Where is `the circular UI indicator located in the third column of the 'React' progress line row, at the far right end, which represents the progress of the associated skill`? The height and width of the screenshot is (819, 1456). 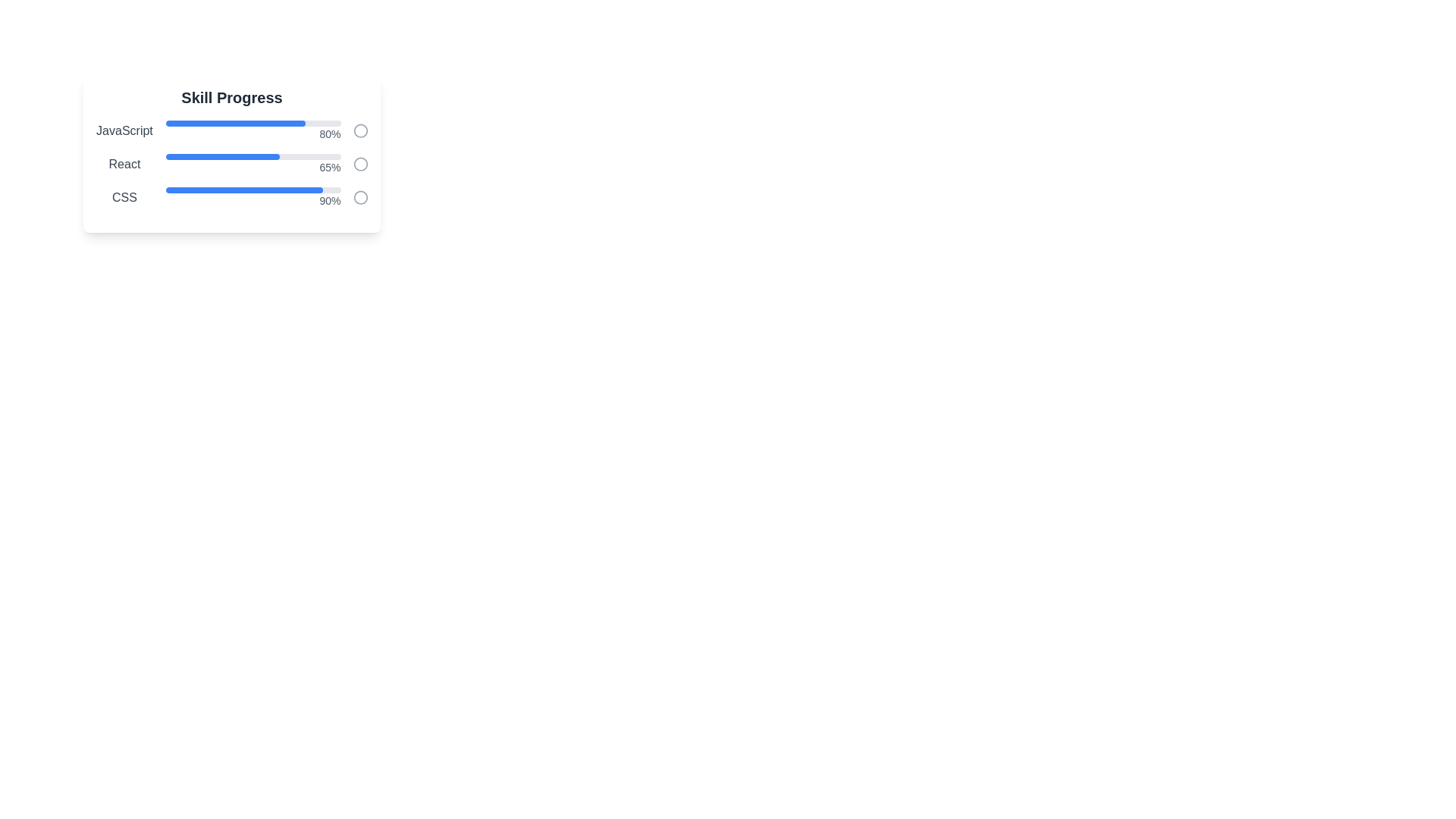 the circular UI indicator located in the third column of the 'React' progress line row, at the far right end, which represents the progress of the associated skill is located at coordinates (359, 164).